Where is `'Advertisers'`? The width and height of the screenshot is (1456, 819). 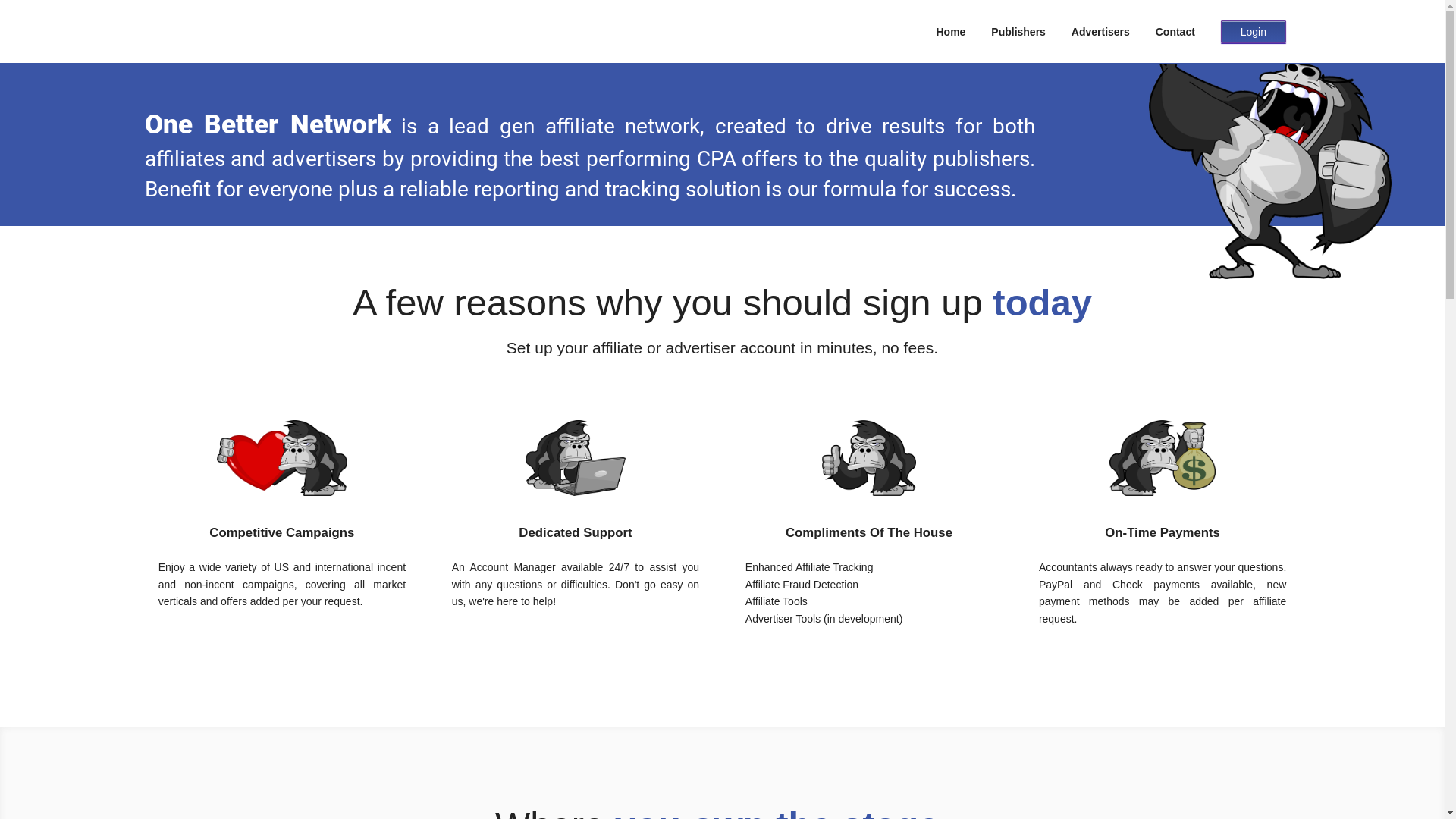 'Advertisers' is located at coordinates (1100, 32).